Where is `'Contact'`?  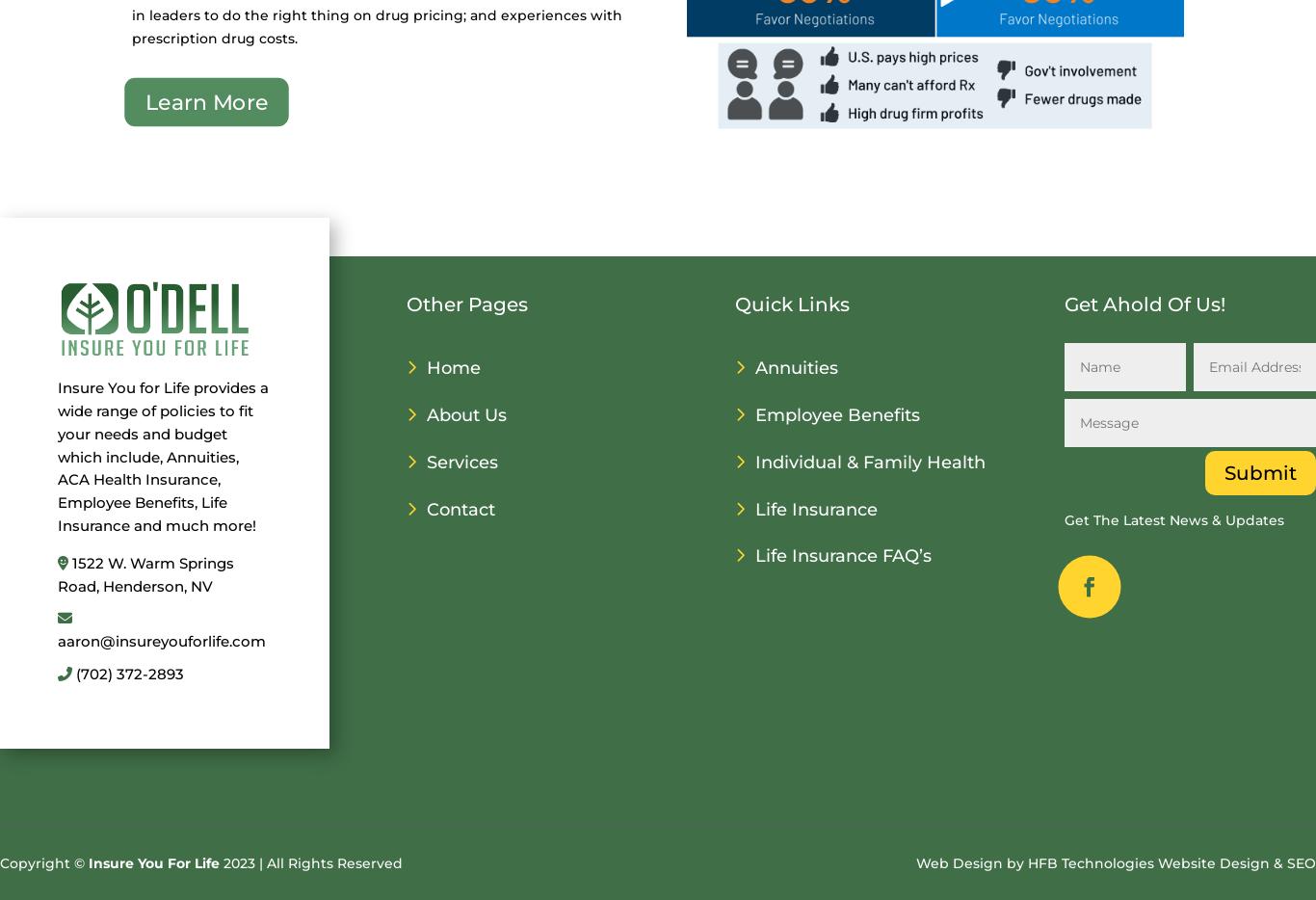
'Contact' is located at coordinates (460, 508).